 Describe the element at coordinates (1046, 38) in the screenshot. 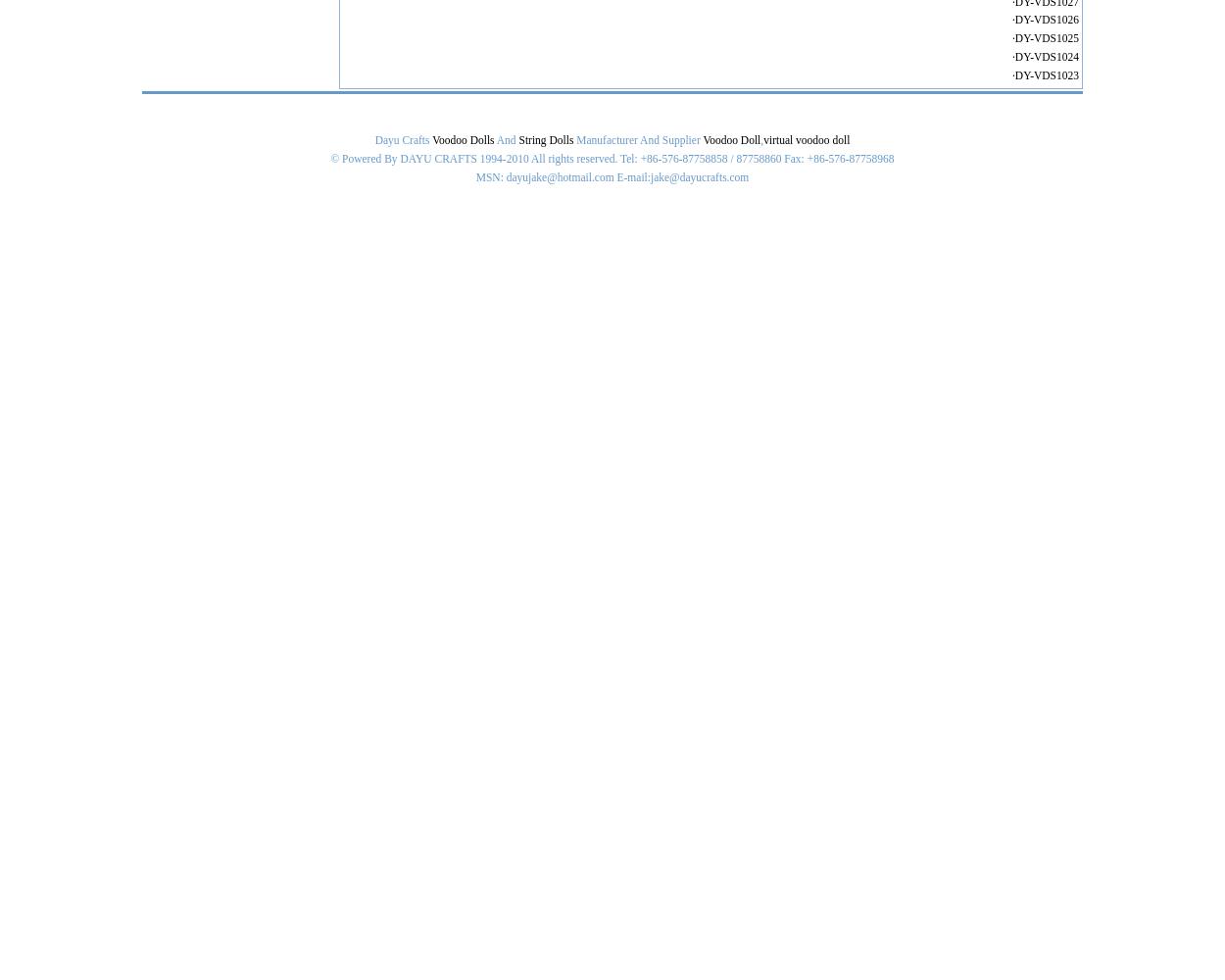

I see `'DY-VDS1025'` at that location.